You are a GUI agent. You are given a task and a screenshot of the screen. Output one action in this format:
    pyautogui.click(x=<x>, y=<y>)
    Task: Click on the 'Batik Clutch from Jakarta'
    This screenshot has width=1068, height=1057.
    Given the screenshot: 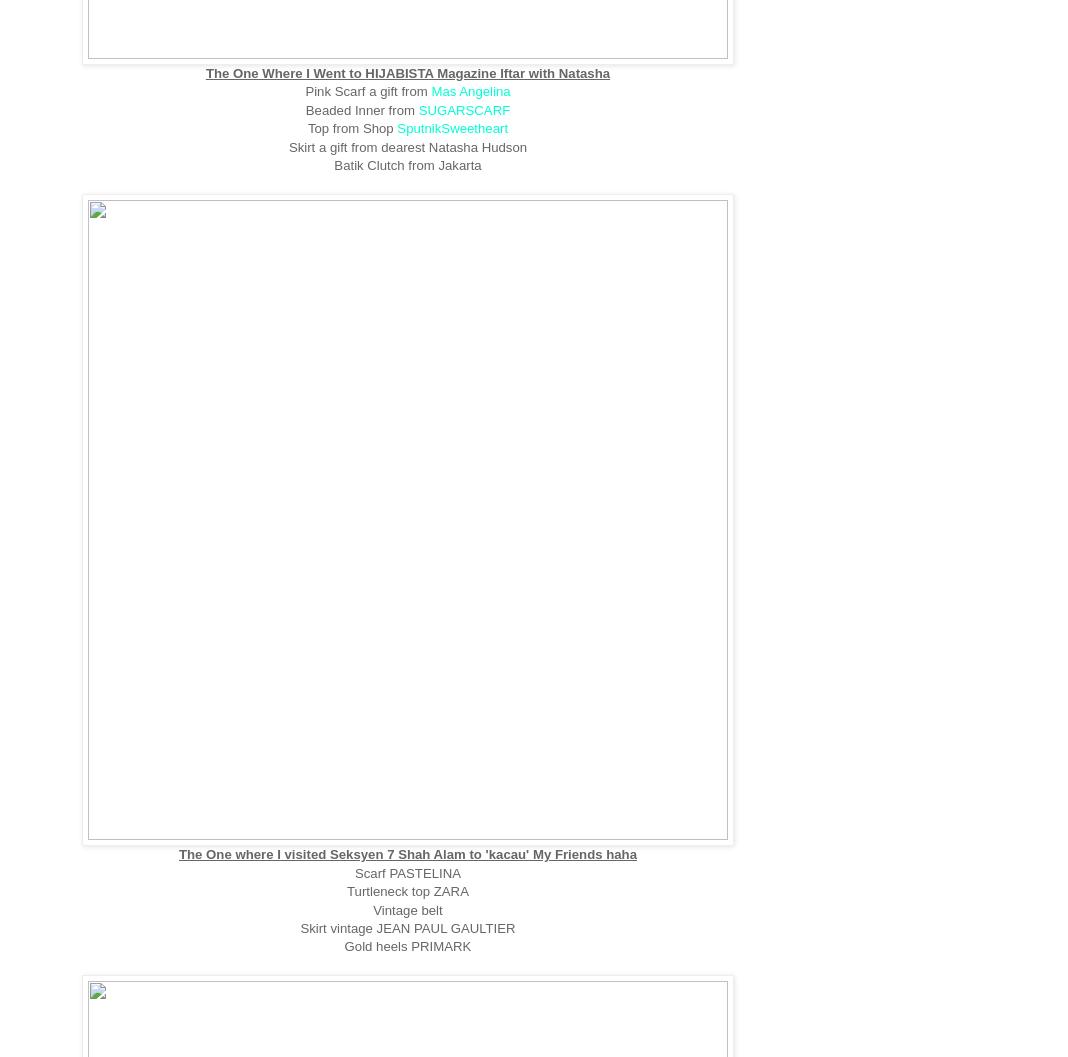 What is the action you would take?
    pyautogui.click(x=407, y=165)
    